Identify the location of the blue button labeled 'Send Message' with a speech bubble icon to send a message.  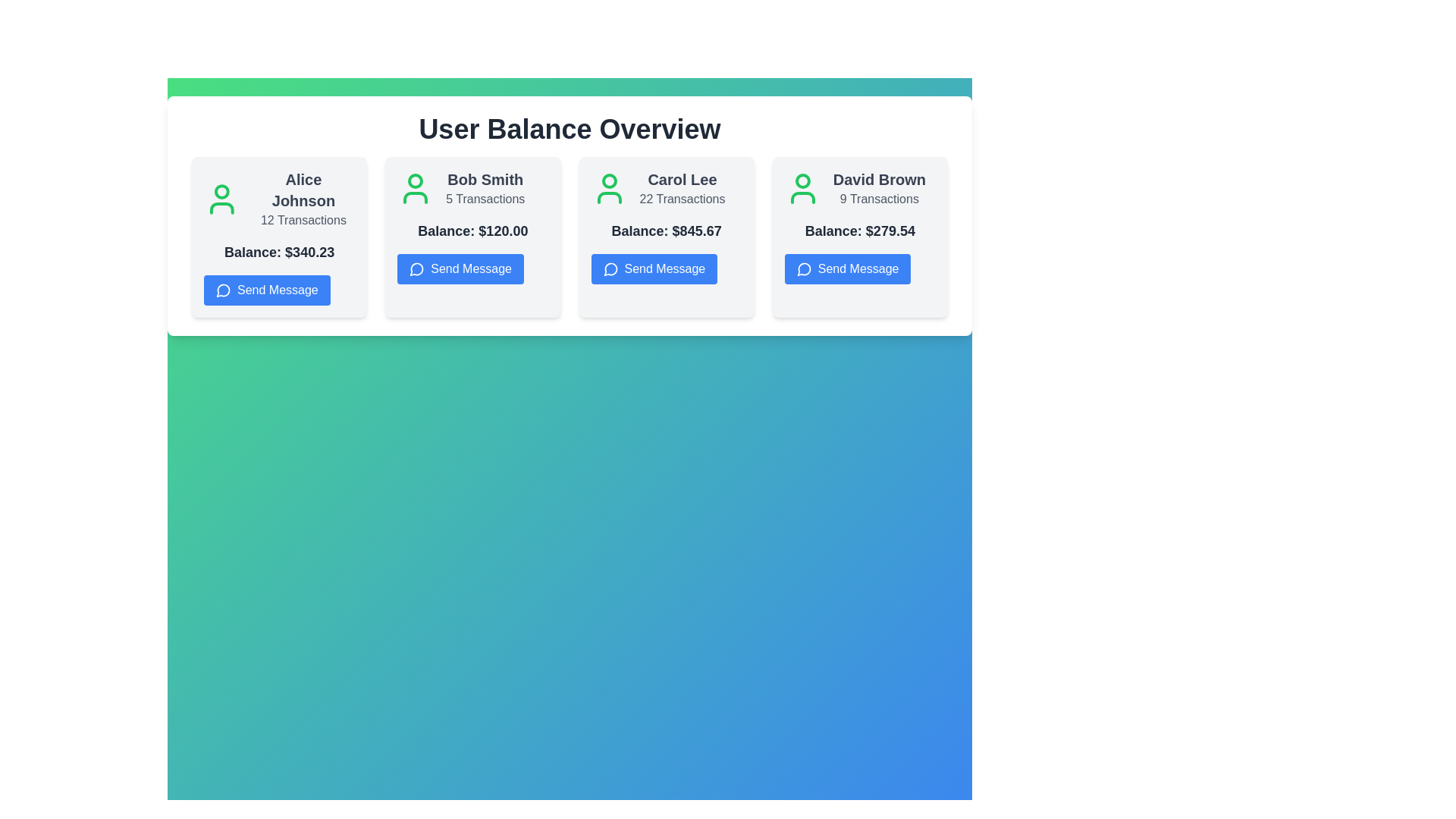
(847, 268).